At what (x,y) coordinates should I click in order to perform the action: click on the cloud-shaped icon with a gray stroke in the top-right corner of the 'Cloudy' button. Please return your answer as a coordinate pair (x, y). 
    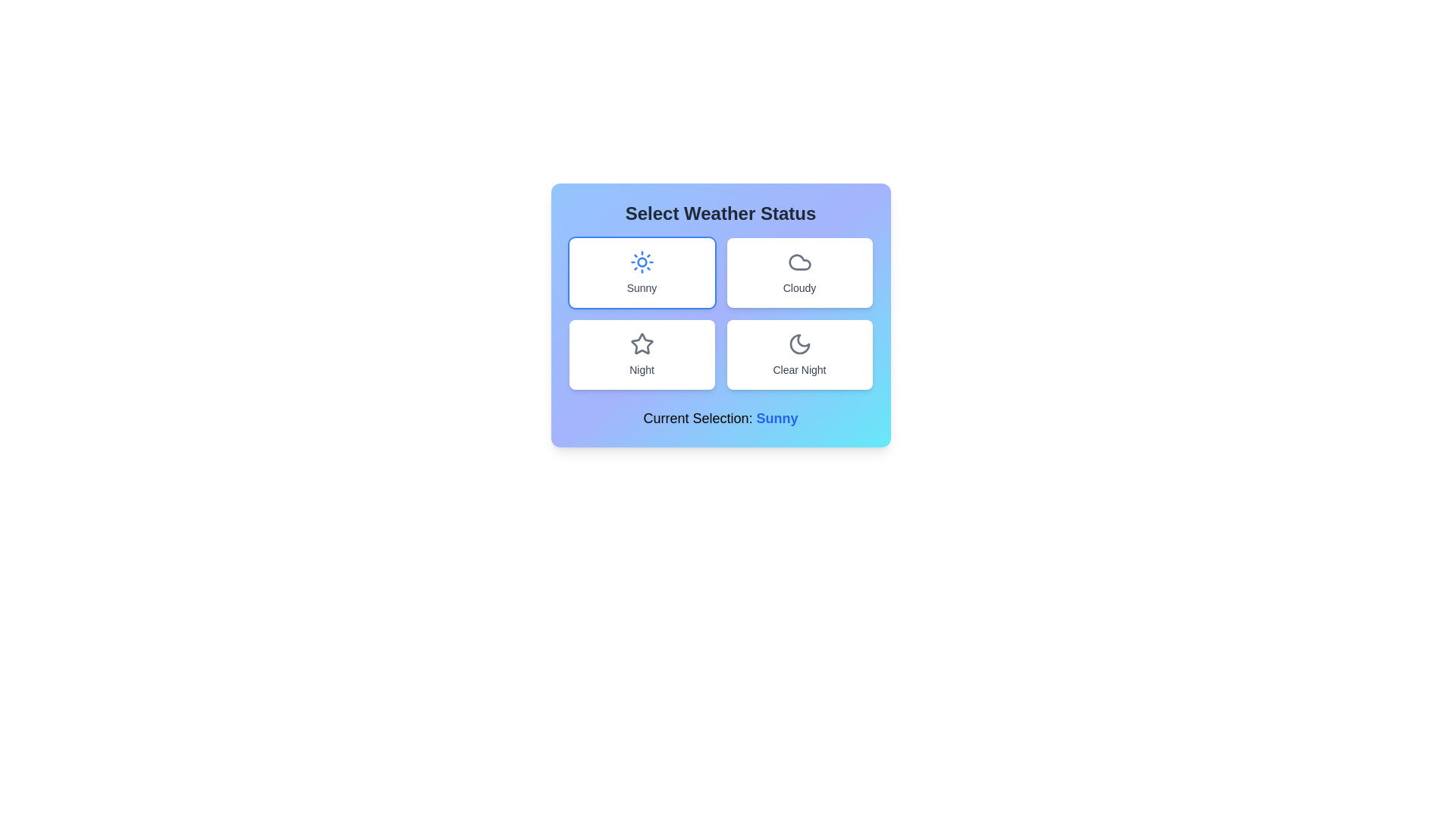
    Looking at the image, I should click on (799, 262).